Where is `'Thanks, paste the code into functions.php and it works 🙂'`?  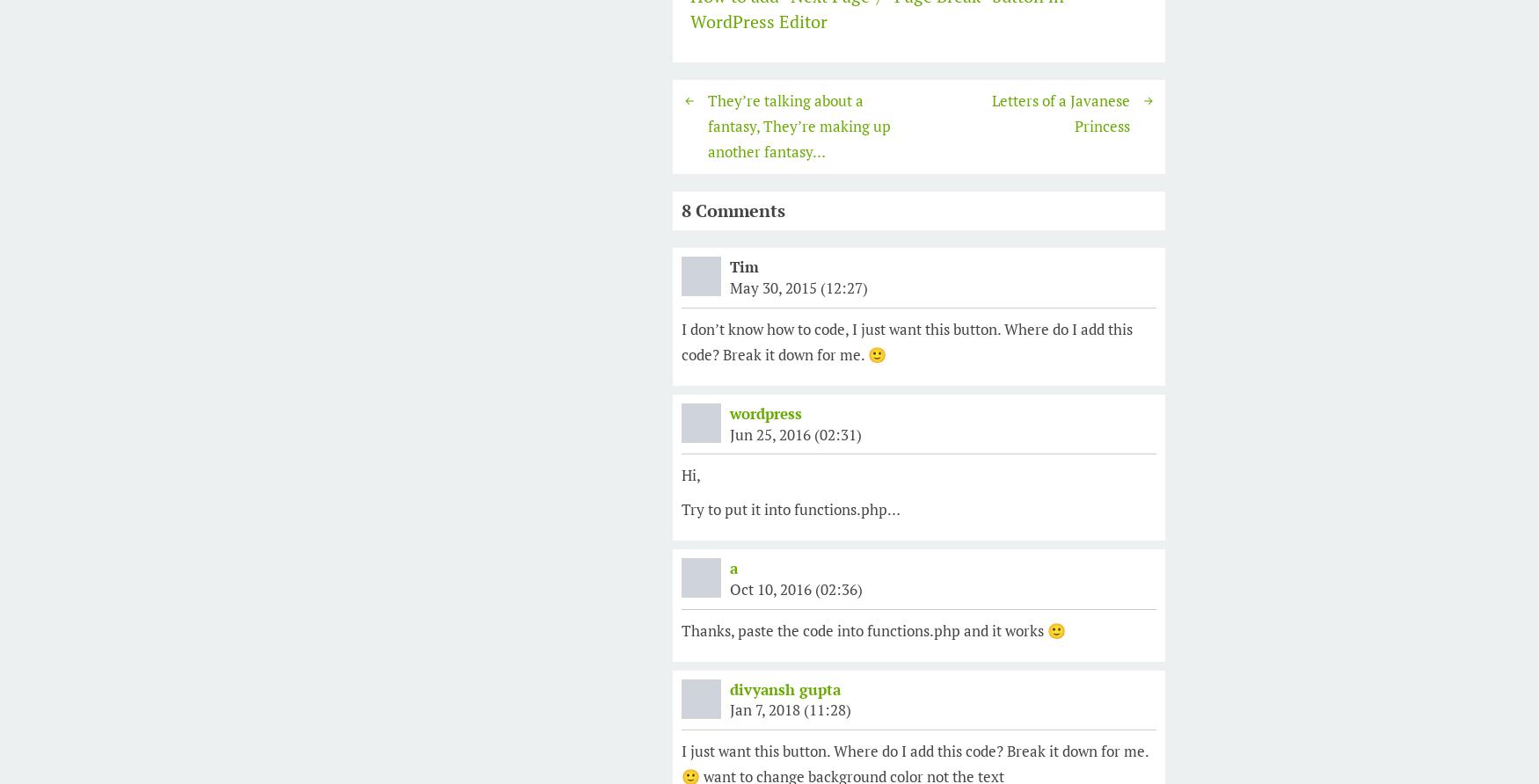
'Thanks, paste the code into functions.php and it works 🙂' is located at coordinates (873, 629).